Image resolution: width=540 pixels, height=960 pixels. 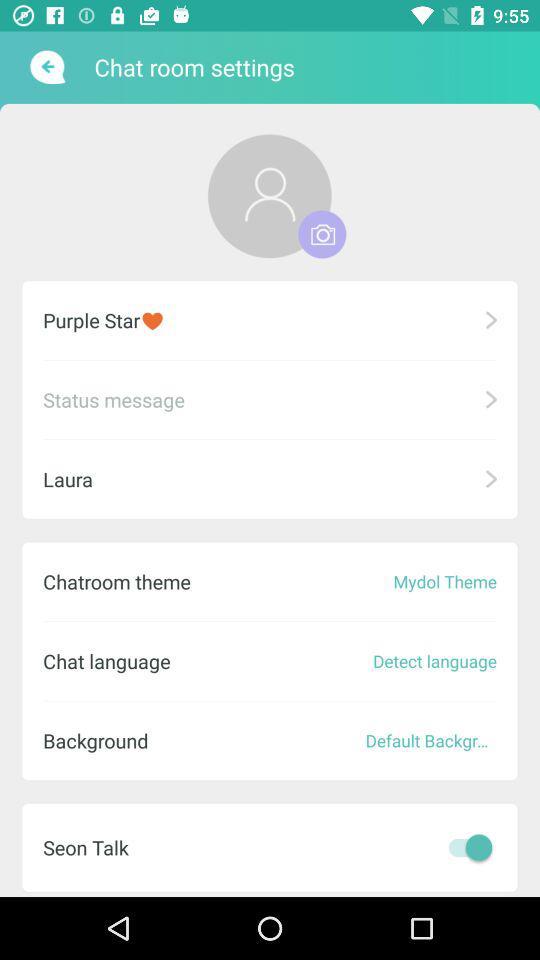 What do you see at coordinates (322, 234) in the screenshot?
I see `profile image` at bounding box center [322, 234].